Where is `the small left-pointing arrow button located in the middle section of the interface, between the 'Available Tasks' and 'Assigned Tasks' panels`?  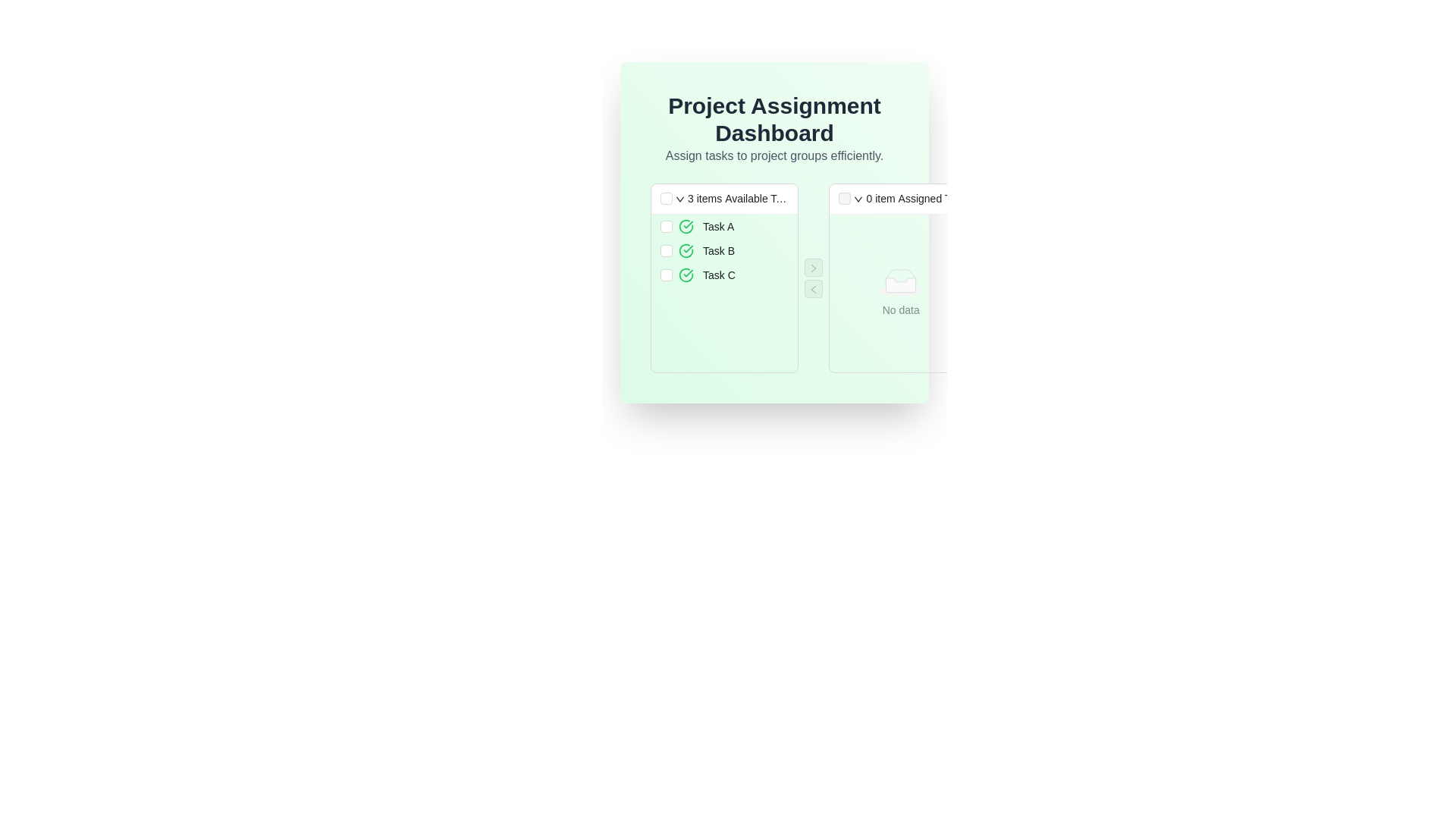
the small left-pointing arrow button located in the middle section of the interface, between the 'Available Tasks' and 'Assigned Tasks' panels is located at coordinates (813, 289).